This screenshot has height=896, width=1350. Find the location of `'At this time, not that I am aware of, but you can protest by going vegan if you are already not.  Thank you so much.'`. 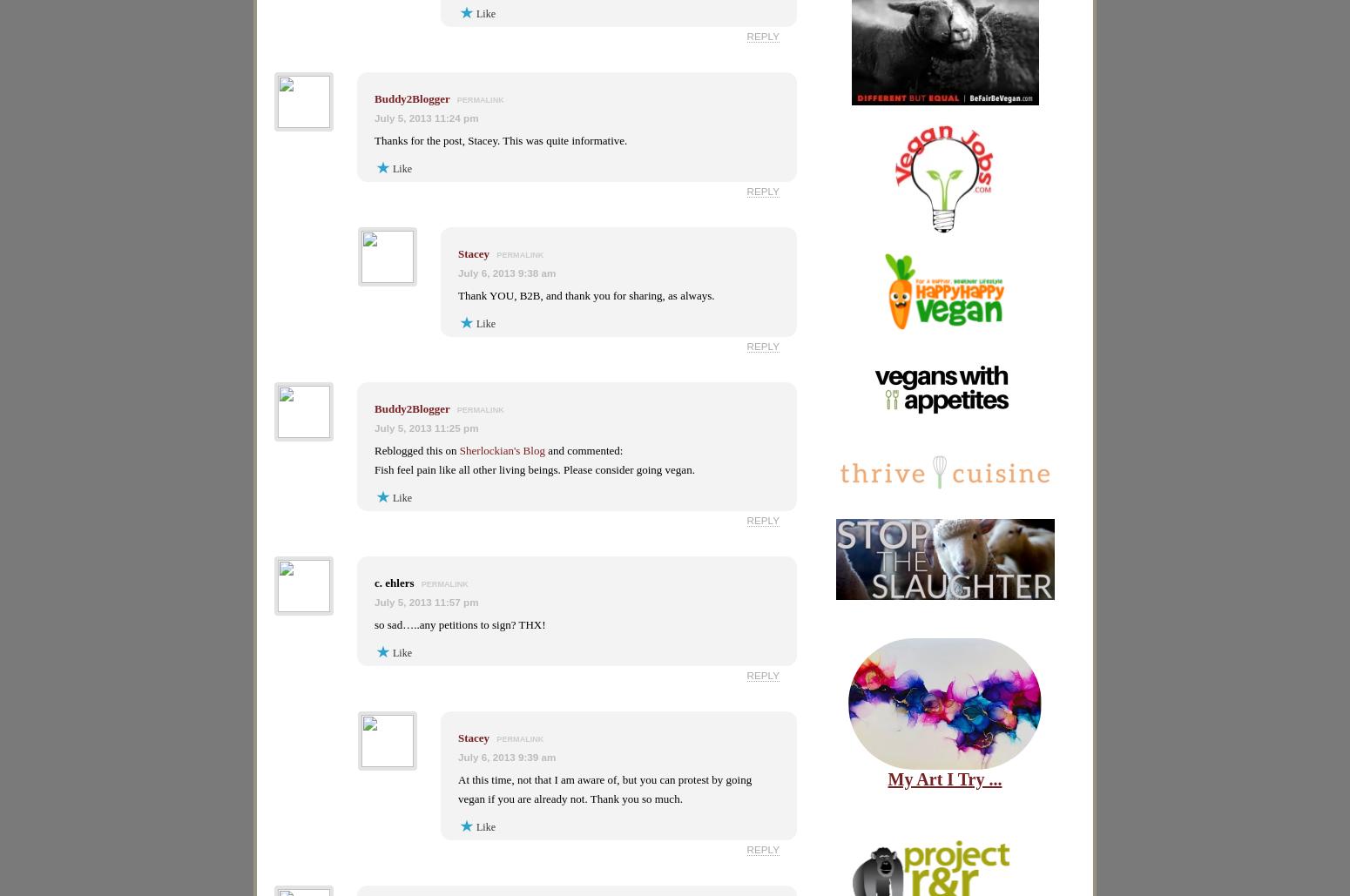

'At this time, not that I am aware of, but you can protest by going vegan if you are already not.  Thank you so much.' is located at coordinates (457, 789).